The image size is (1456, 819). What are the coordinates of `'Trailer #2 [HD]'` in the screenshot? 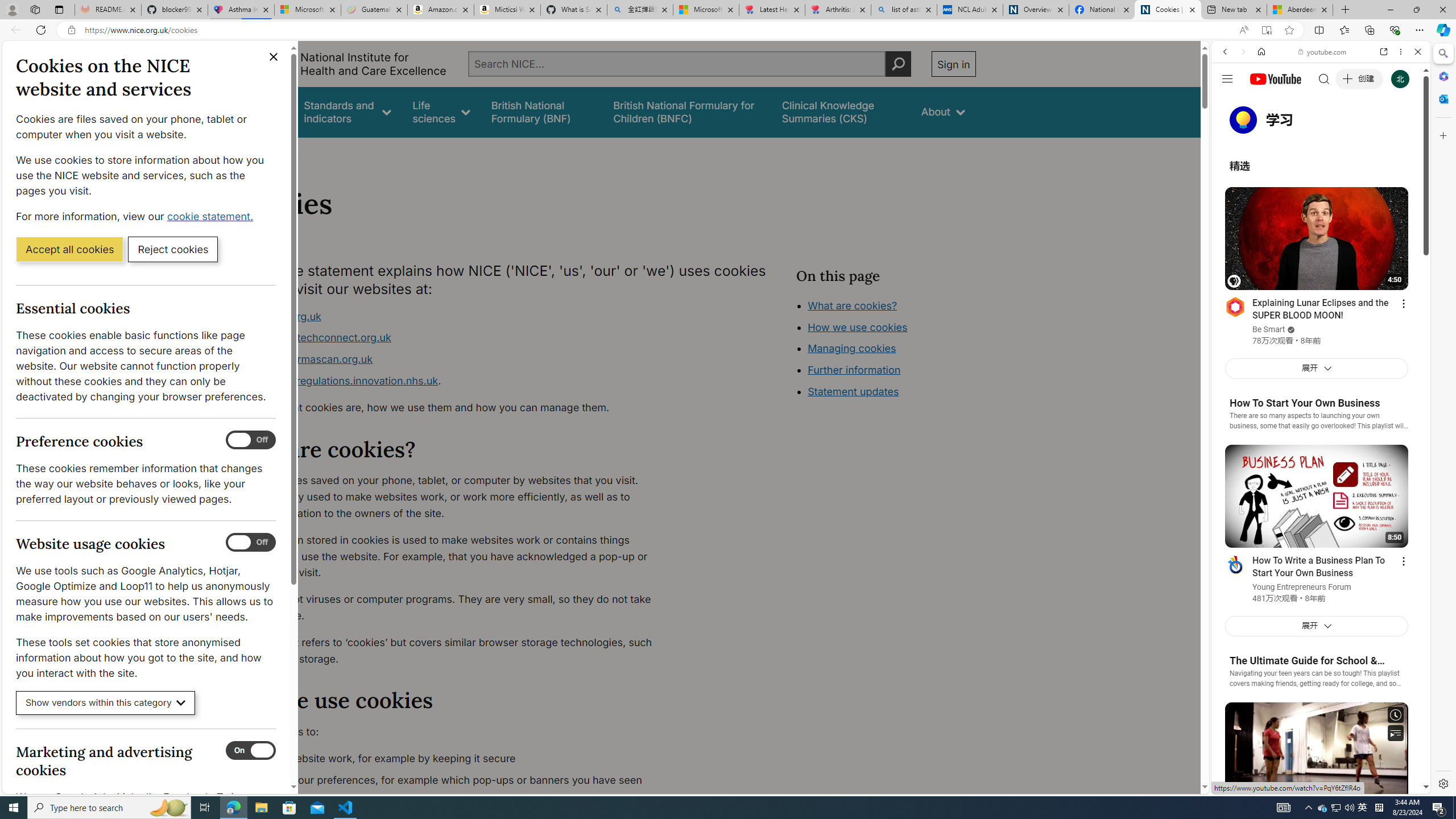 It's located at (1319, 336).